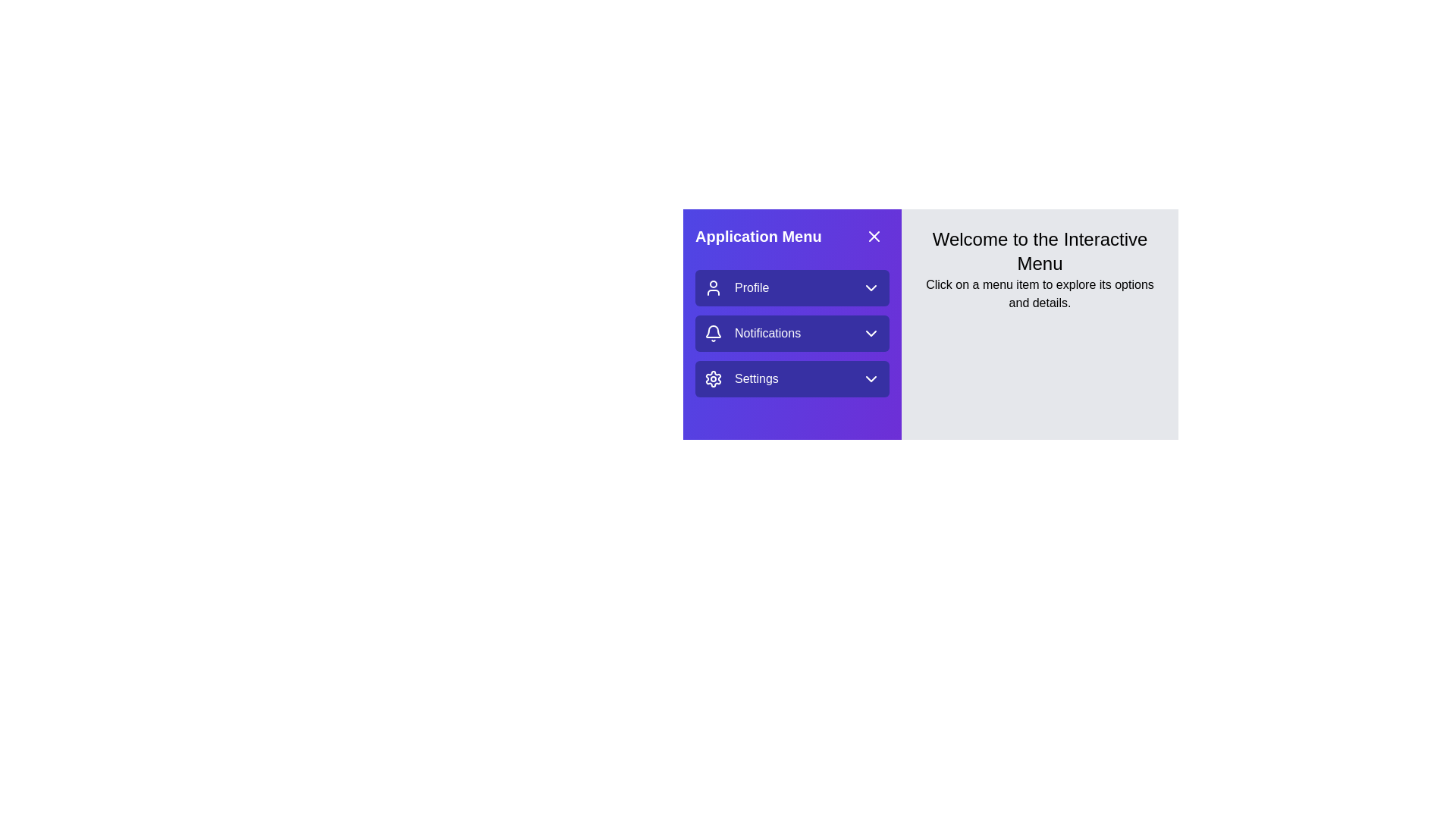  What do you see at coordinates (752, 332) in the screenshot?
I see `the 'Notifications' menu item in the side navigation panel` at bounding box center [752, 332].